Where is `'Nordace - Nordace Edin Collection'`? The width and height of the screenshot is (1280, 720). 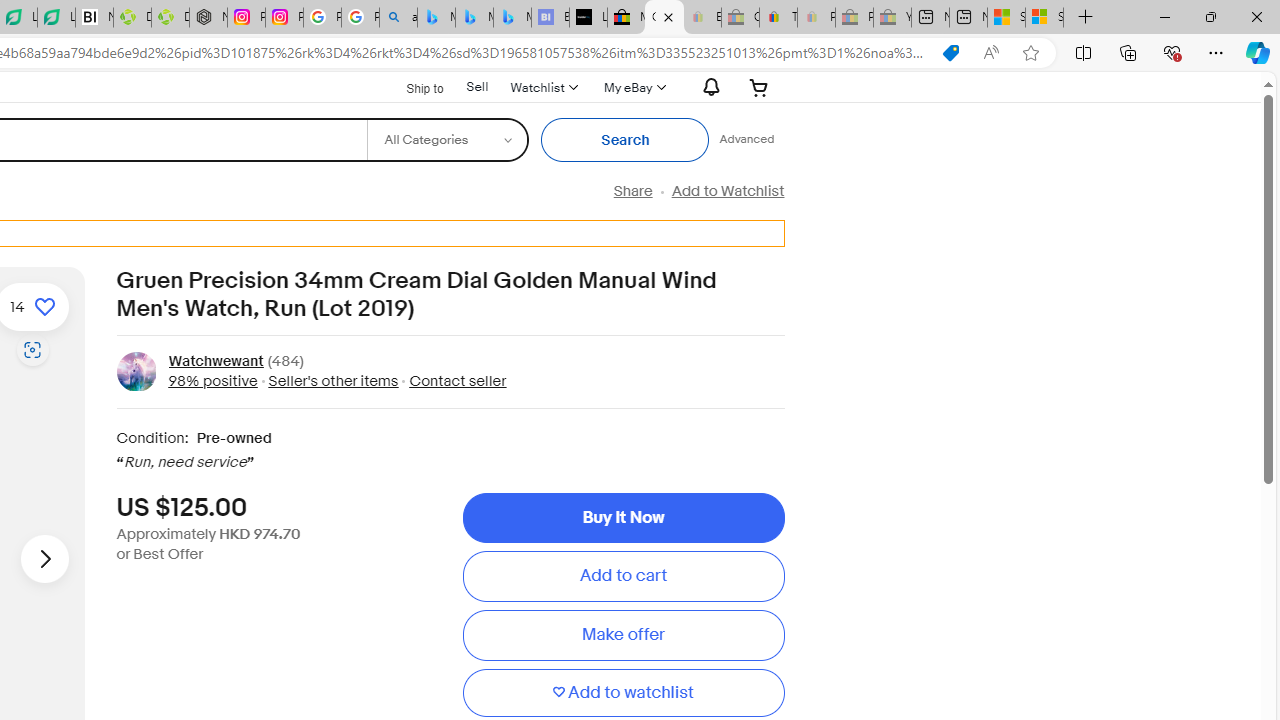 'Nordace - Nordace Edin Collection' is located at coordinates (208, 17).